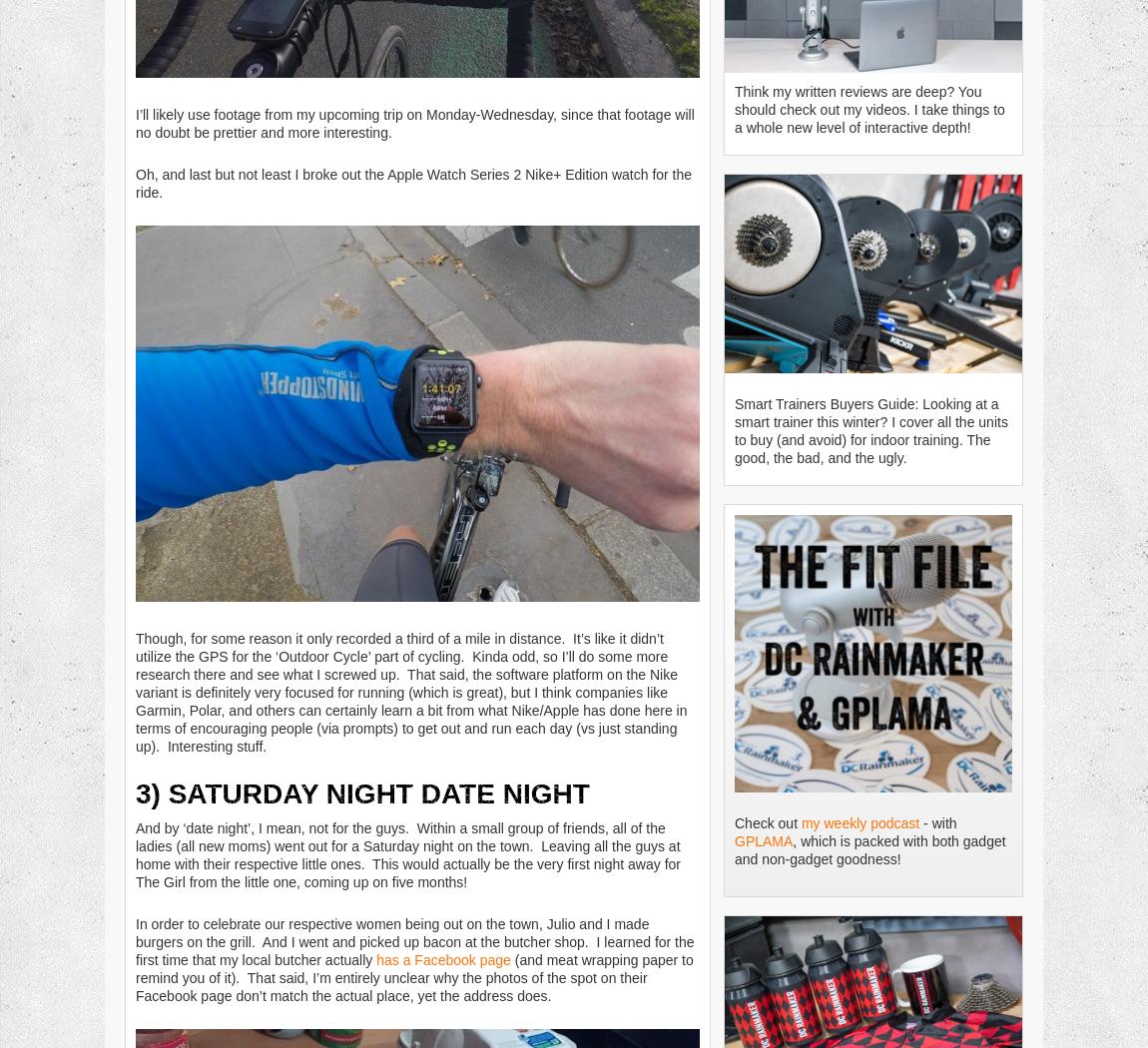 The height and width of the screenshot is (1048, 1148). I want to click on 'my weekly podcast', so click(859, 821).